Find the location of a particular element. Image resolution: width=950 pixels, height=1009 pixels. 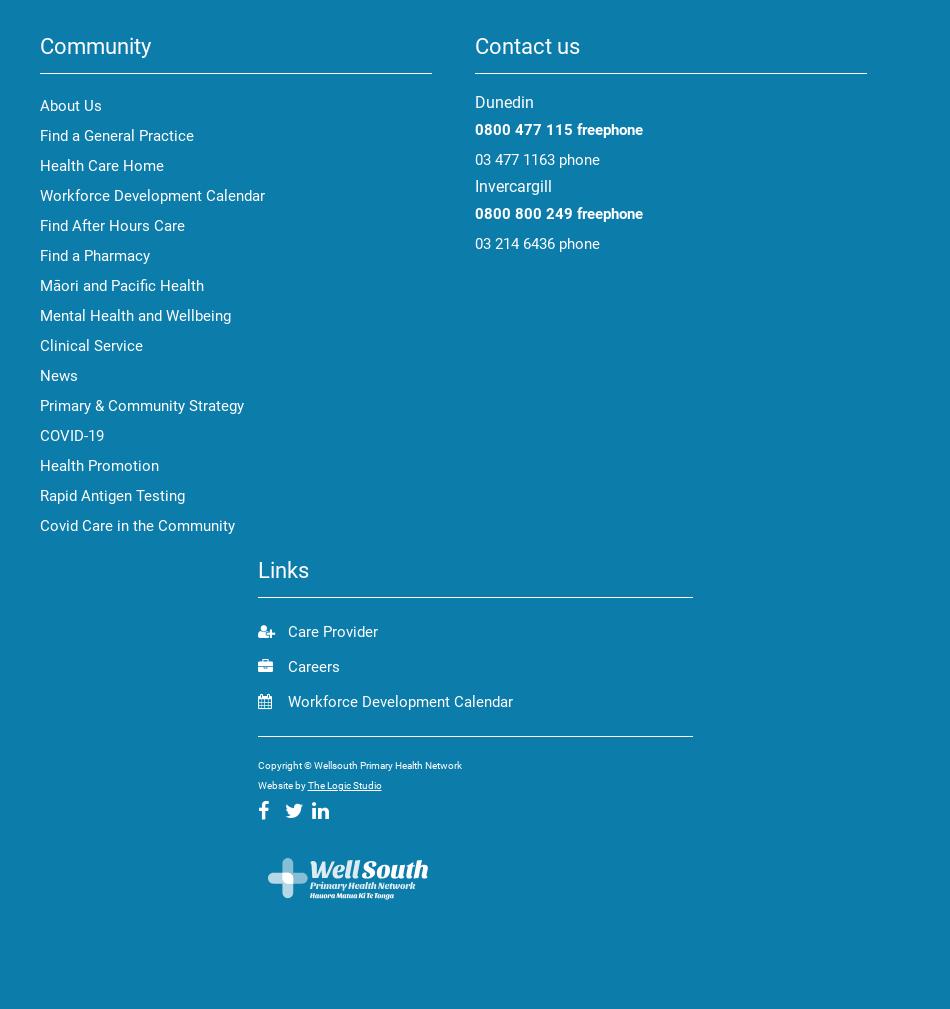

'03 214 6436 phone' is located at coordinates (537, 242).